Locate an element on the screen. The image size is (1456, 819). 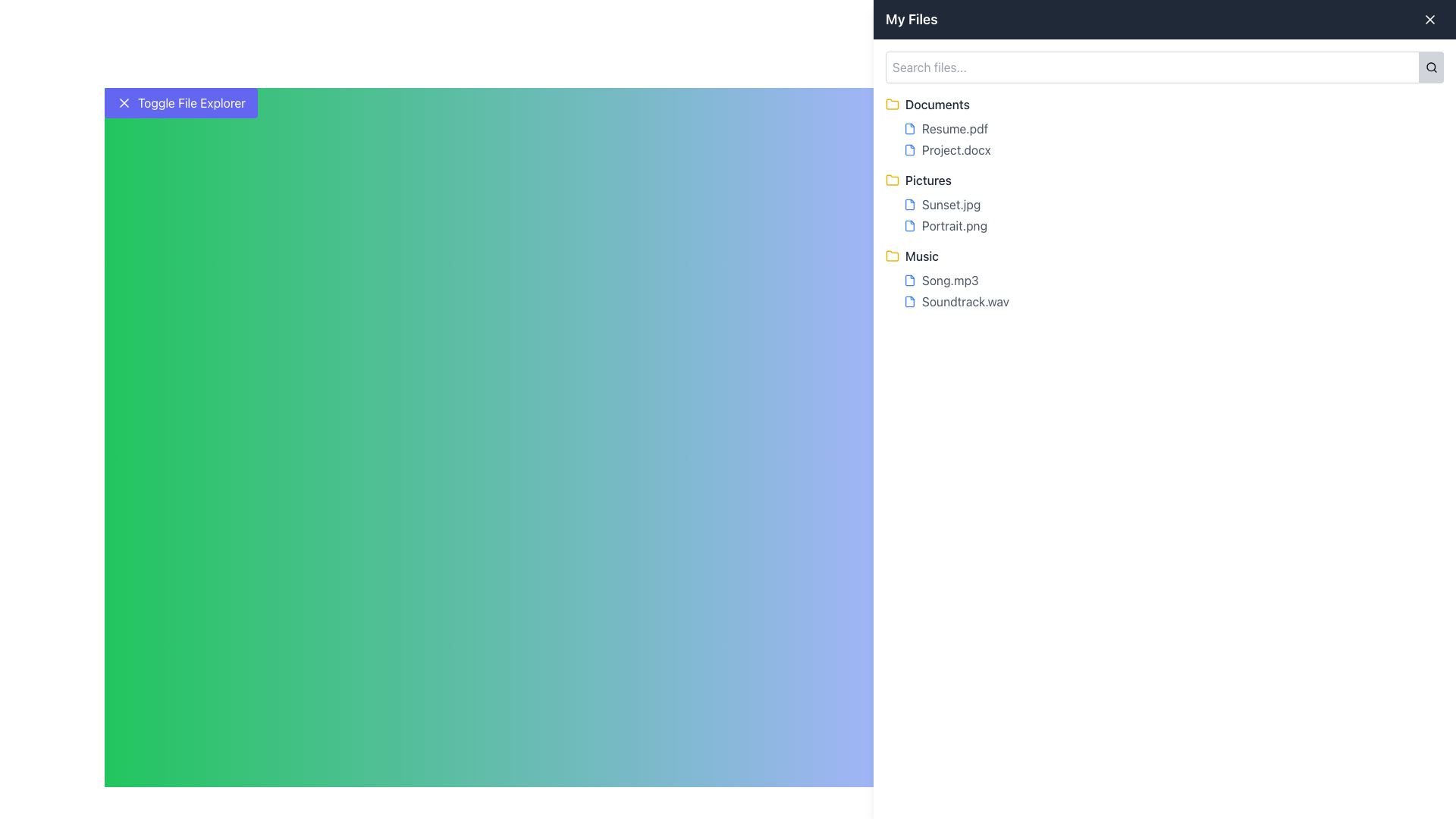
the small circular magnifying glass icon in the upper-right corner of the 'My Files' panel is located at coordinates (1430, 66).